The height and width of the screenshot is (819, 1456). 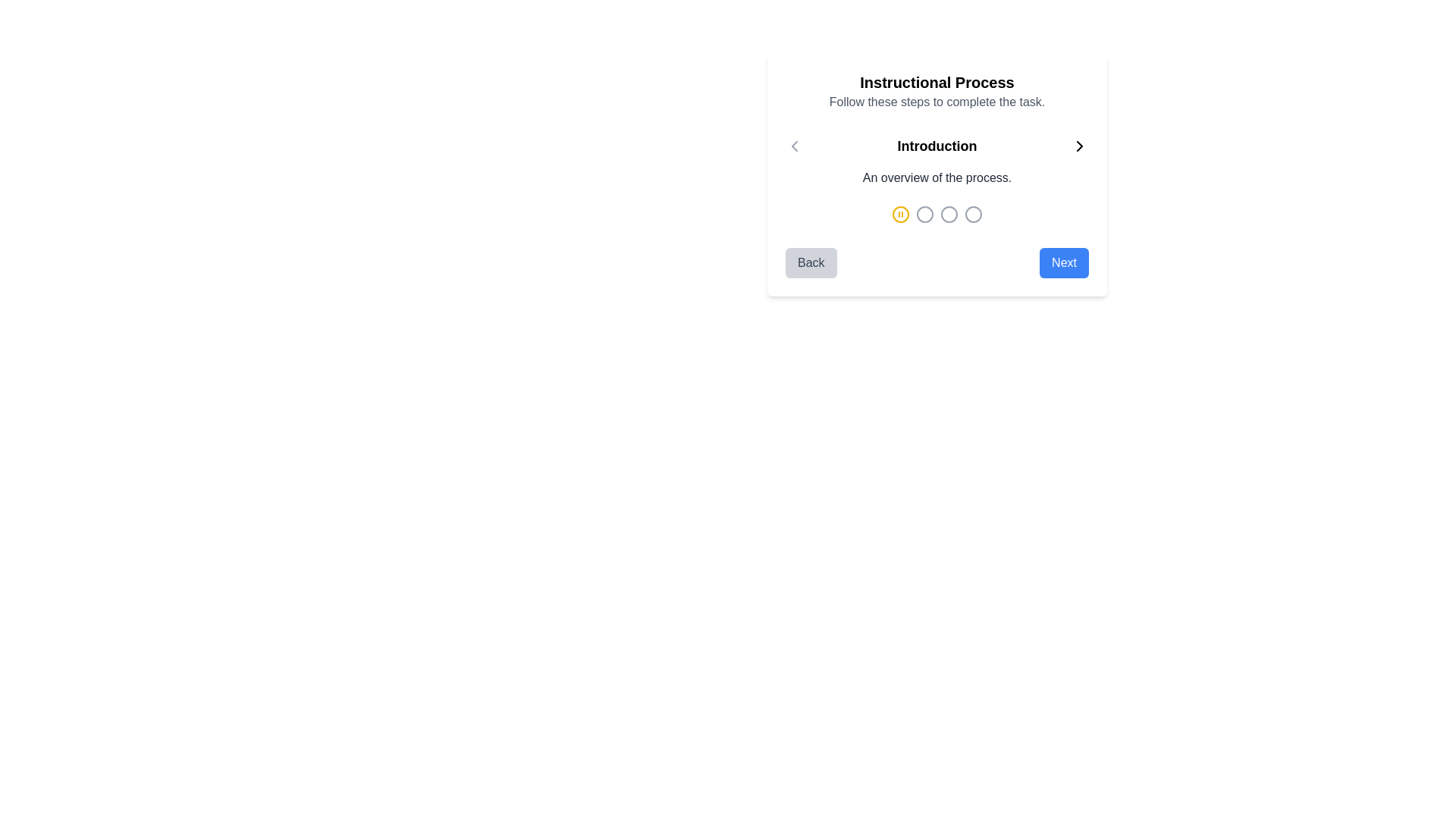 I want to click on the third circular icon in the horizontal sequence of five icons representing the current step in the 'Instructional Process' section, so click(x=949, y=214).